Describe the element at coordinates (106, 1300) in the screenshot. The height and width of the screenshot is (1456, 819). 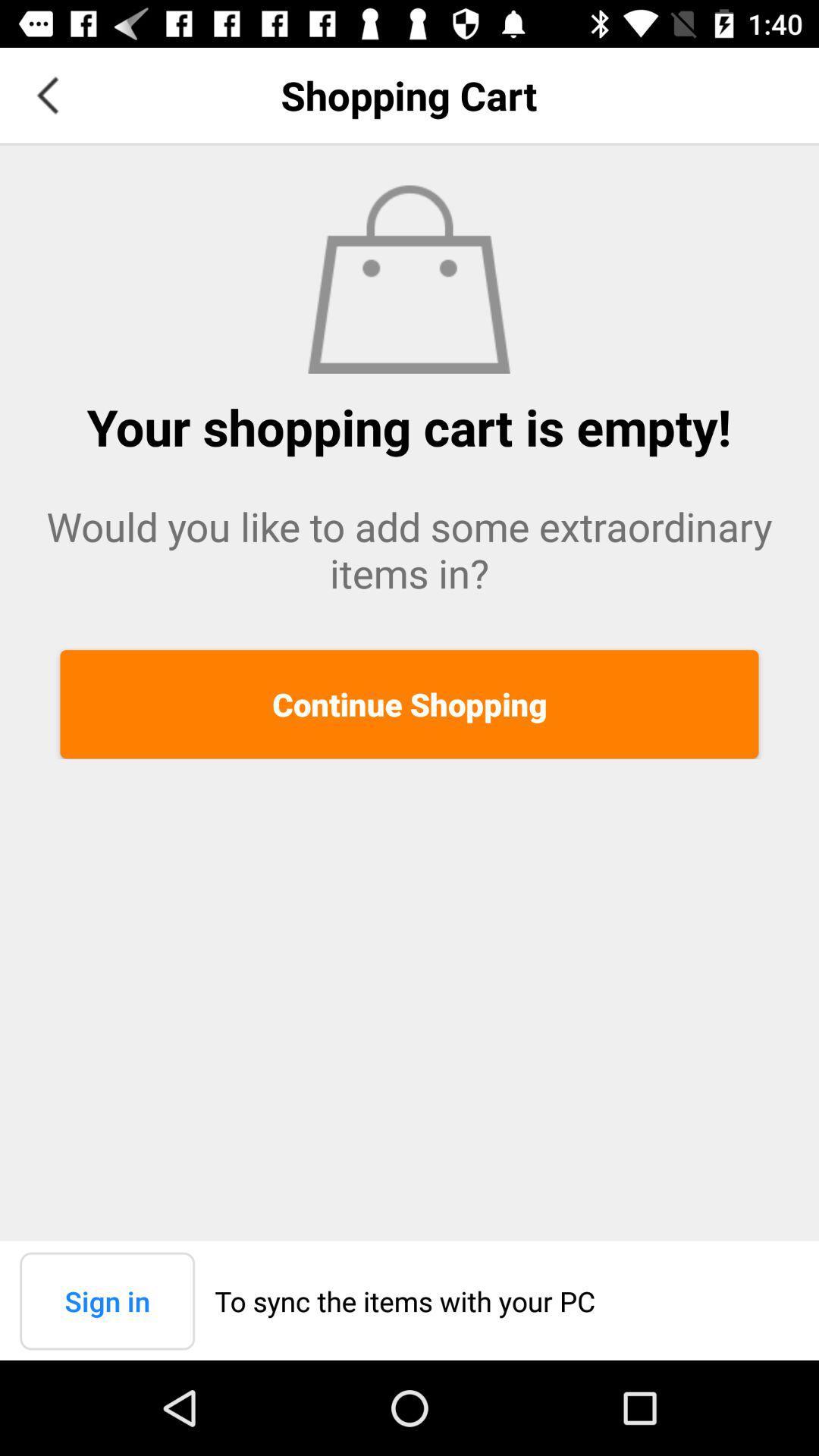
I see `item next to to sync the` at that location.